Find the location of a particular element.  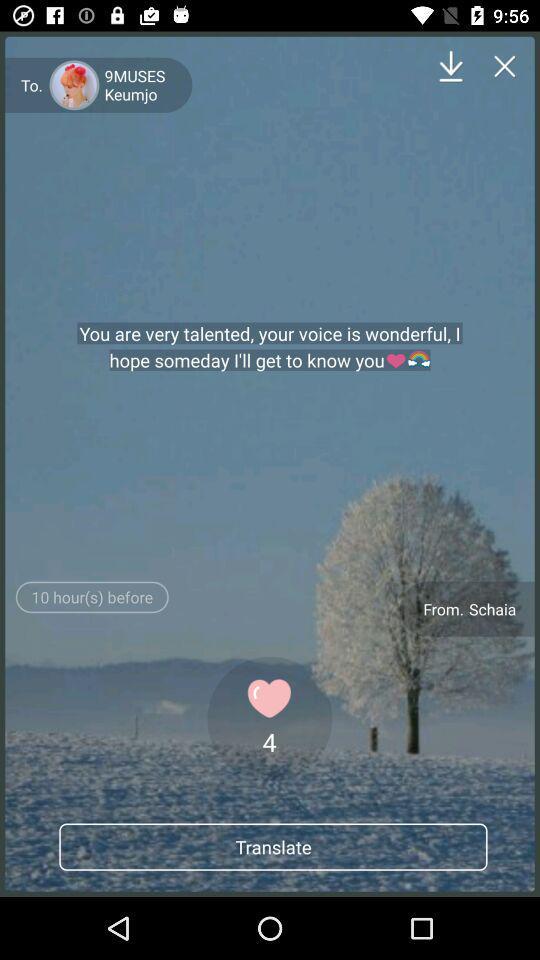

download content is located at coordinates (451, 66).